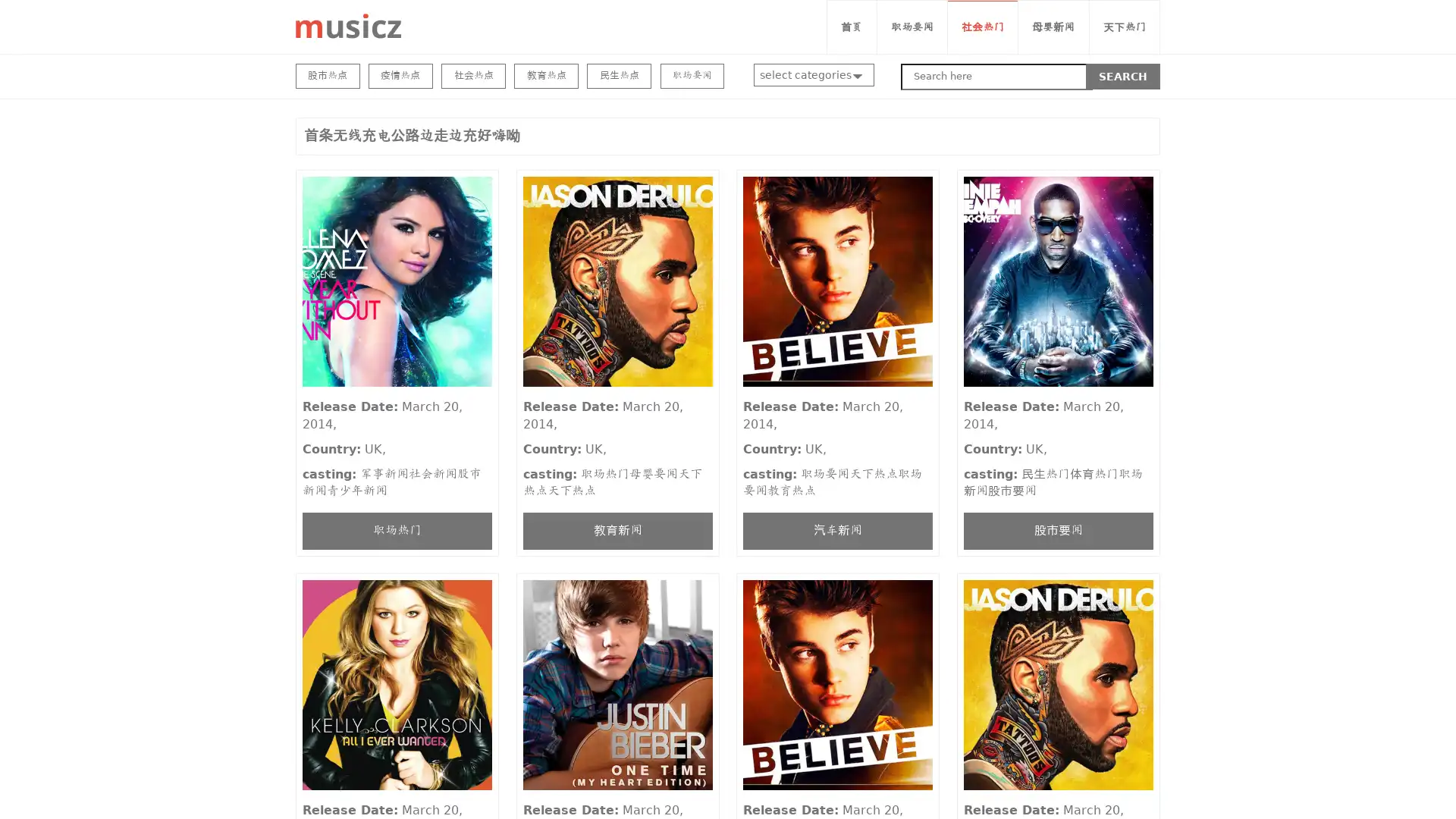 This screenshot has height=819, width=1456. I want to click on search, so click(1123, 76).